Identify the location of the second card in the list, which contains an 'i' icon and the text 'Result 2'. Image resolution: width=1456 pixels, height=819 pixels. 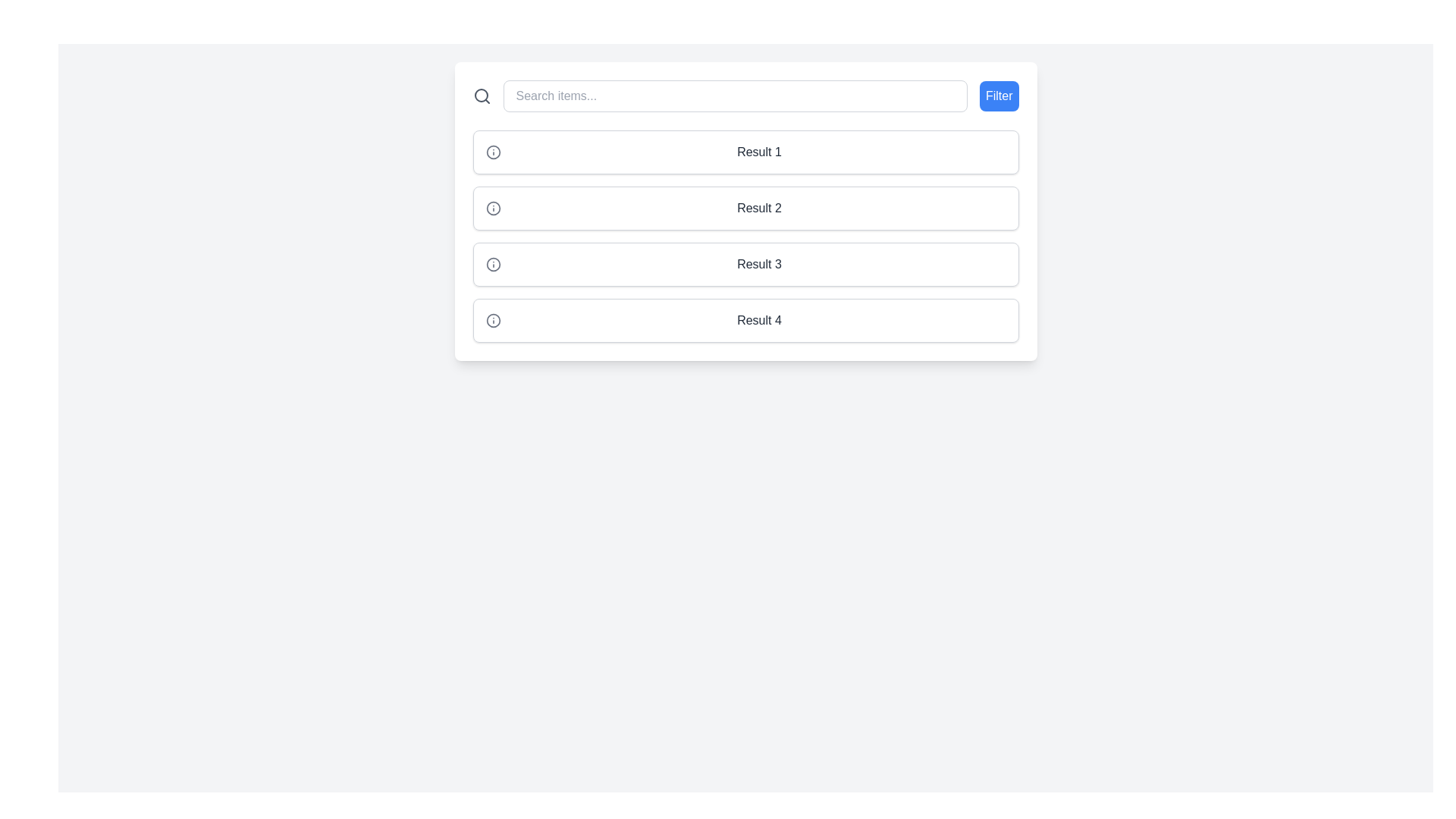
(745, 208).